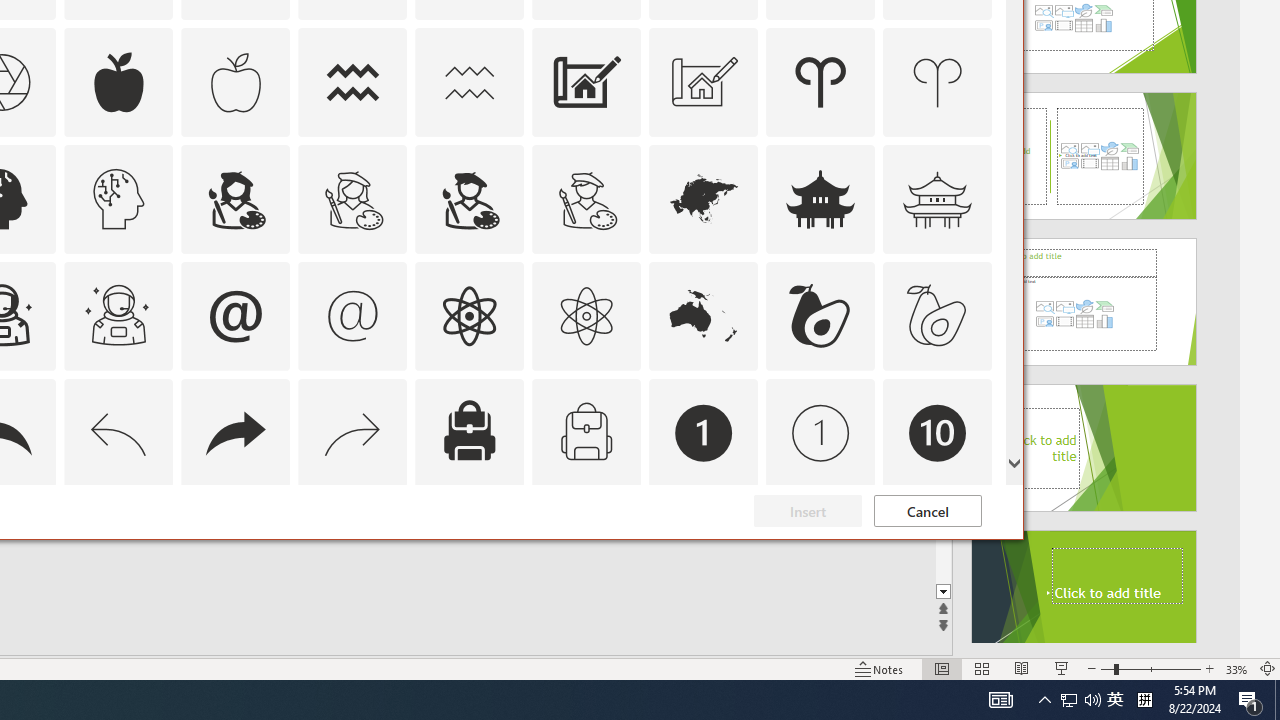 Image resolution: width=1280 pixels, height=720 pixels. I want to click on 'AutomationID: Icons_AsianTemple_M', so click(937, 198).